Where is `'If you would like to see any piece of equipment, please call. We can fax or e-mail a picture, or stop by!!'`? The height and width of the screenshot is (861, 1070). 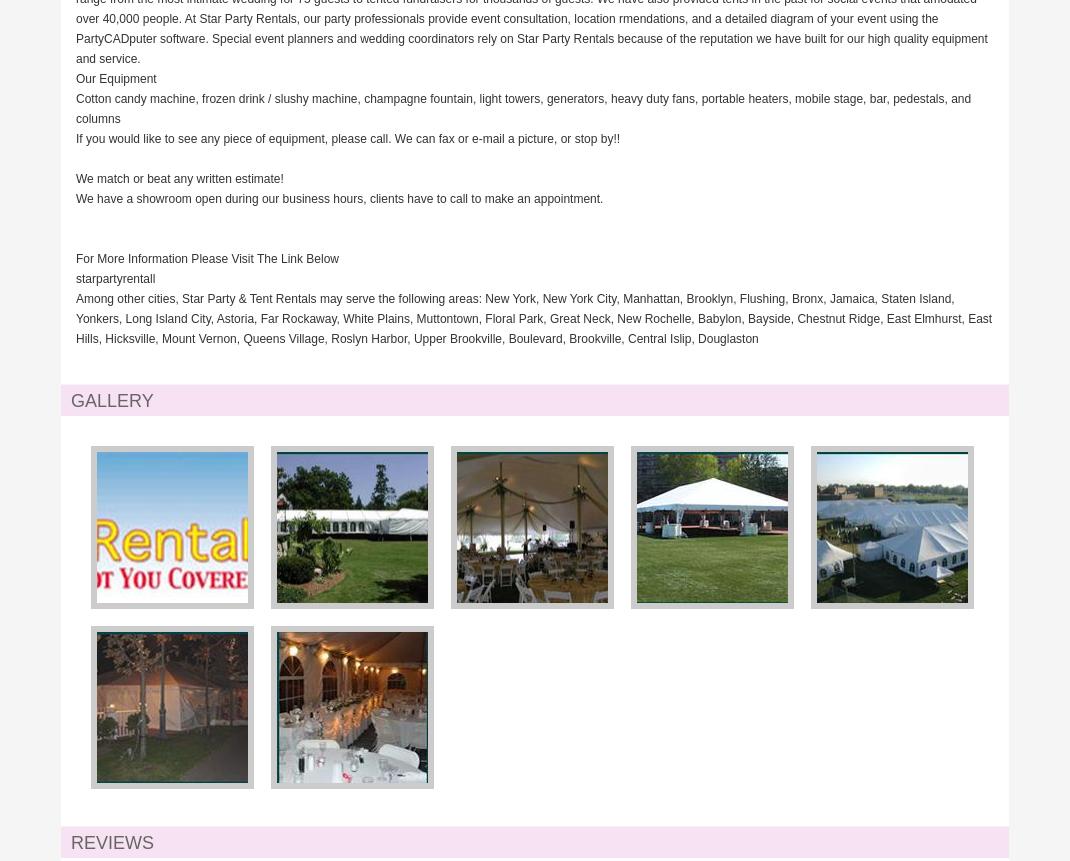 'If you would like to see any piece of equipment, please call. We can fax or e-mail a picture, or stop by!!' is located at coordinates (74, 138).